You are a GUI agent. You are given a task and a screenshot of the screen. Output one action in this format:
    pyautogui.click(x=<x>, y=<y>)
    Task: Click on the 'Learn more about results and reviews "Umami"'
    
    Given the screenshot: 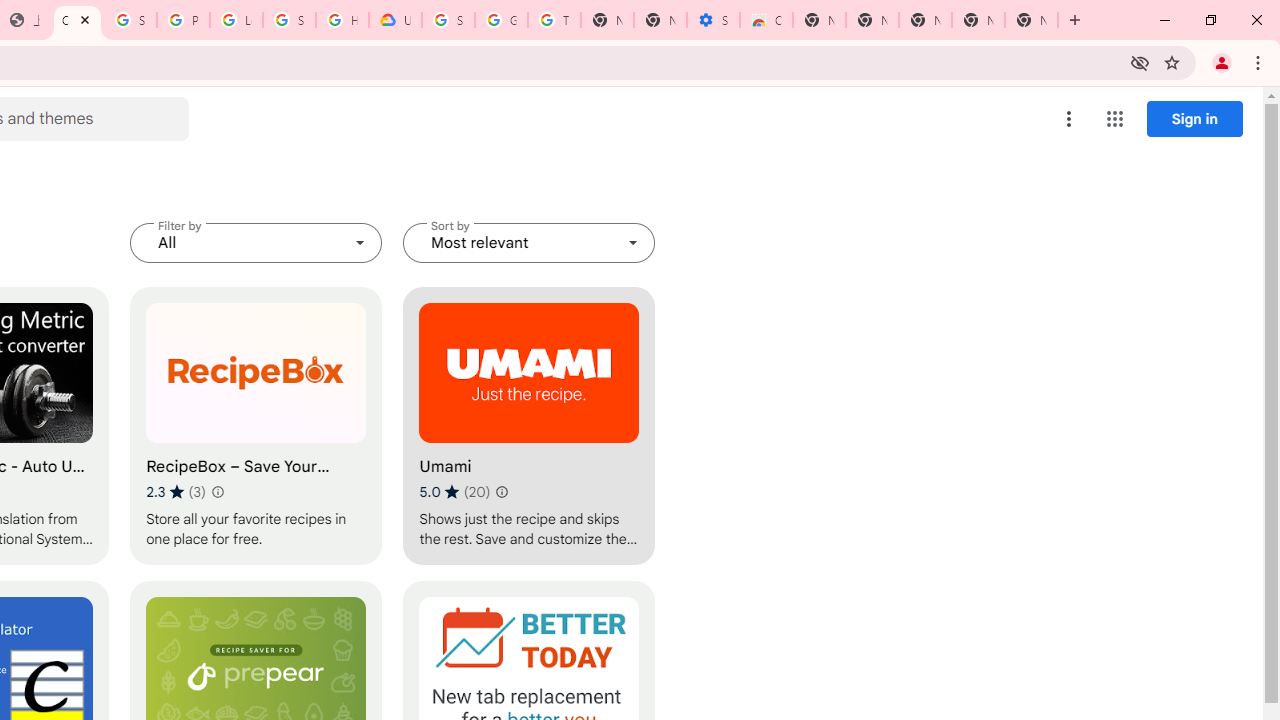 What is the action you would take?
    pyautogui.click(x=502, y=492)
    